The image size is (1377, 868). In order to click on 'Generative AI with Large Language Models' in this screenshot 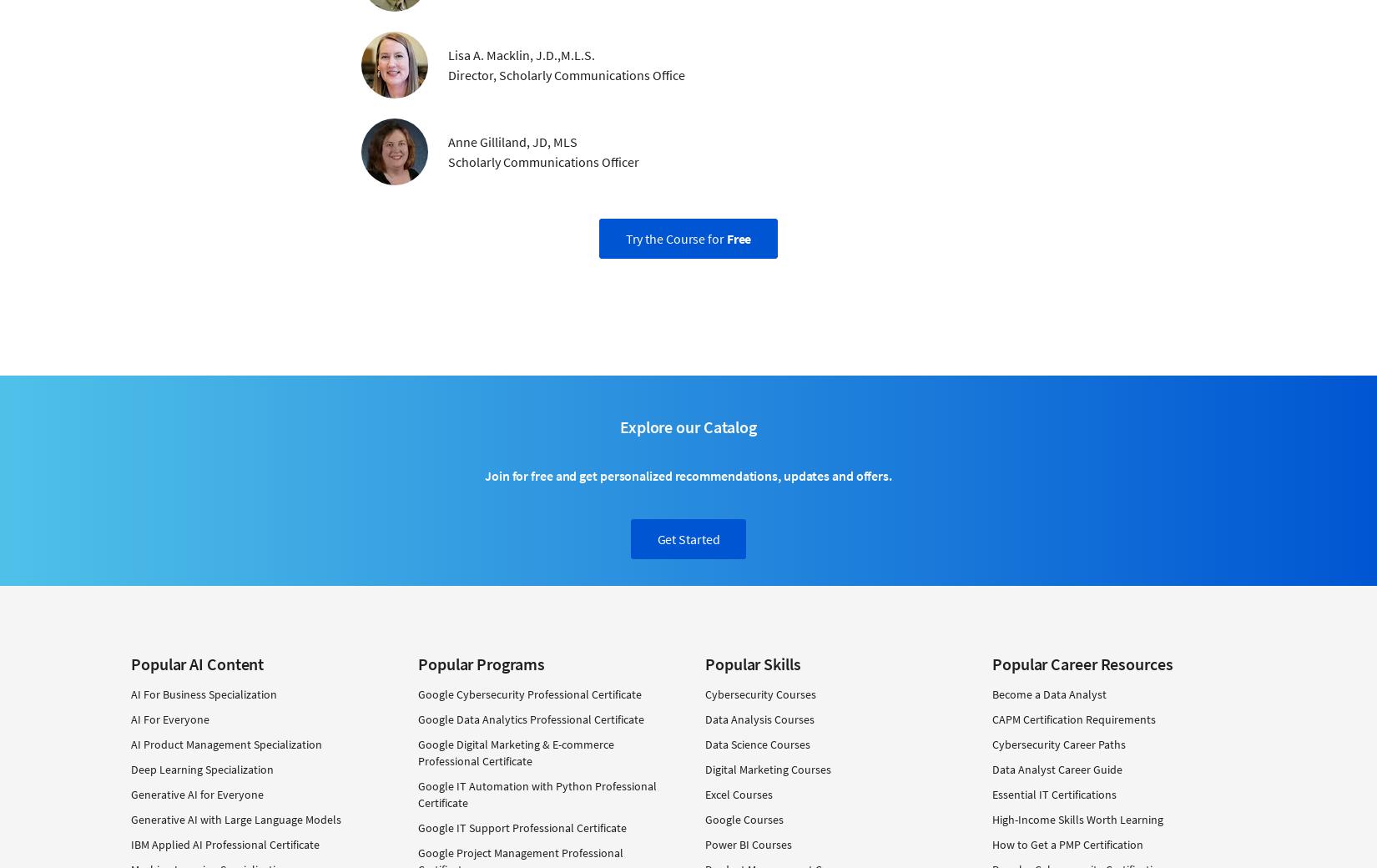, I will do `click(235, 819)`.